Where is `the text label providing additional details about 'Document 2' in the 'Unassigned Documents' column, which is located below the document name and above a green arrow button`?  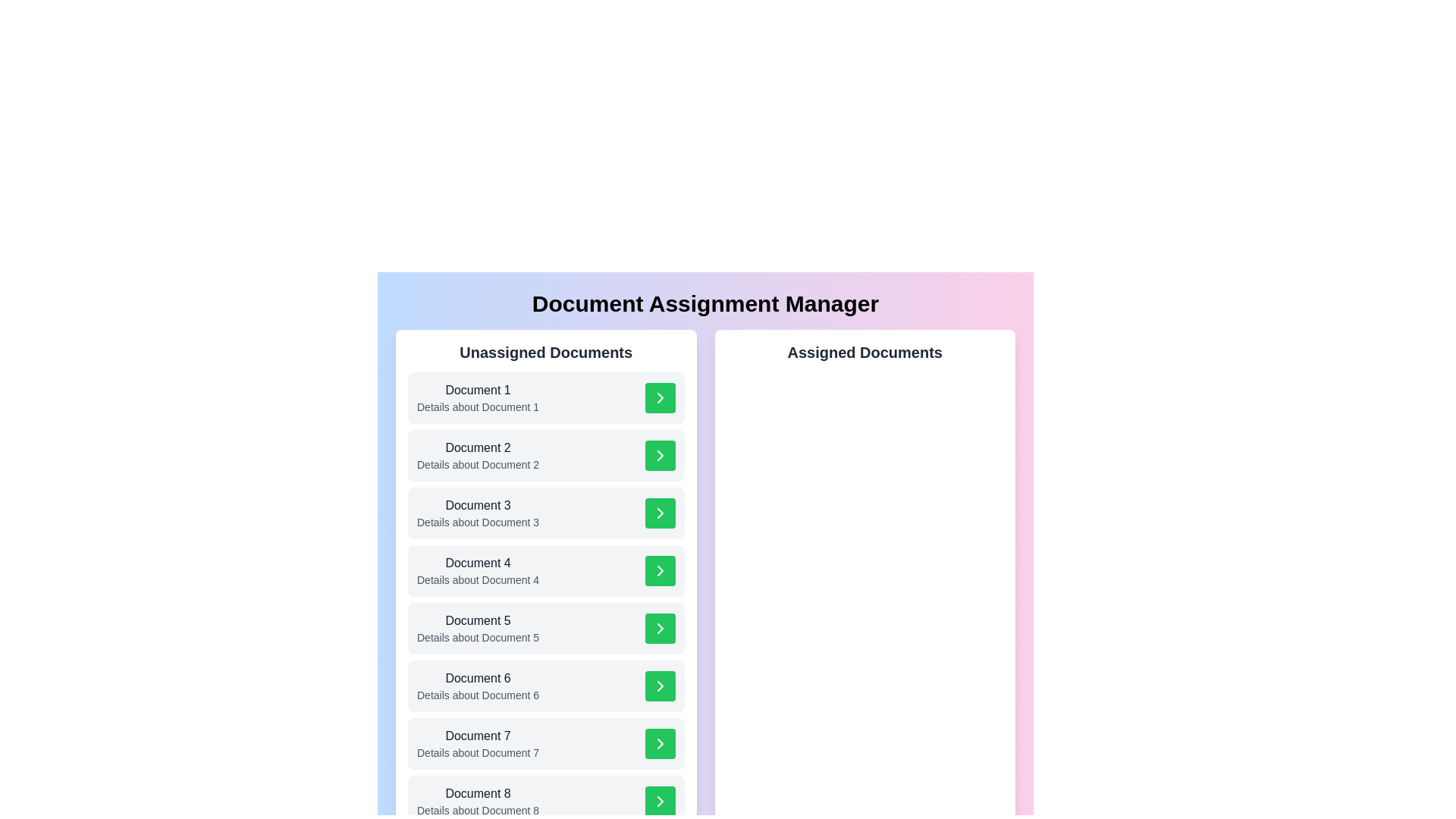 the text label providing additional details about 'Document 2' in the 'Unassigned Documents' column, which is located below the document name and above a green arrow button is located at coordinates (477, 464).